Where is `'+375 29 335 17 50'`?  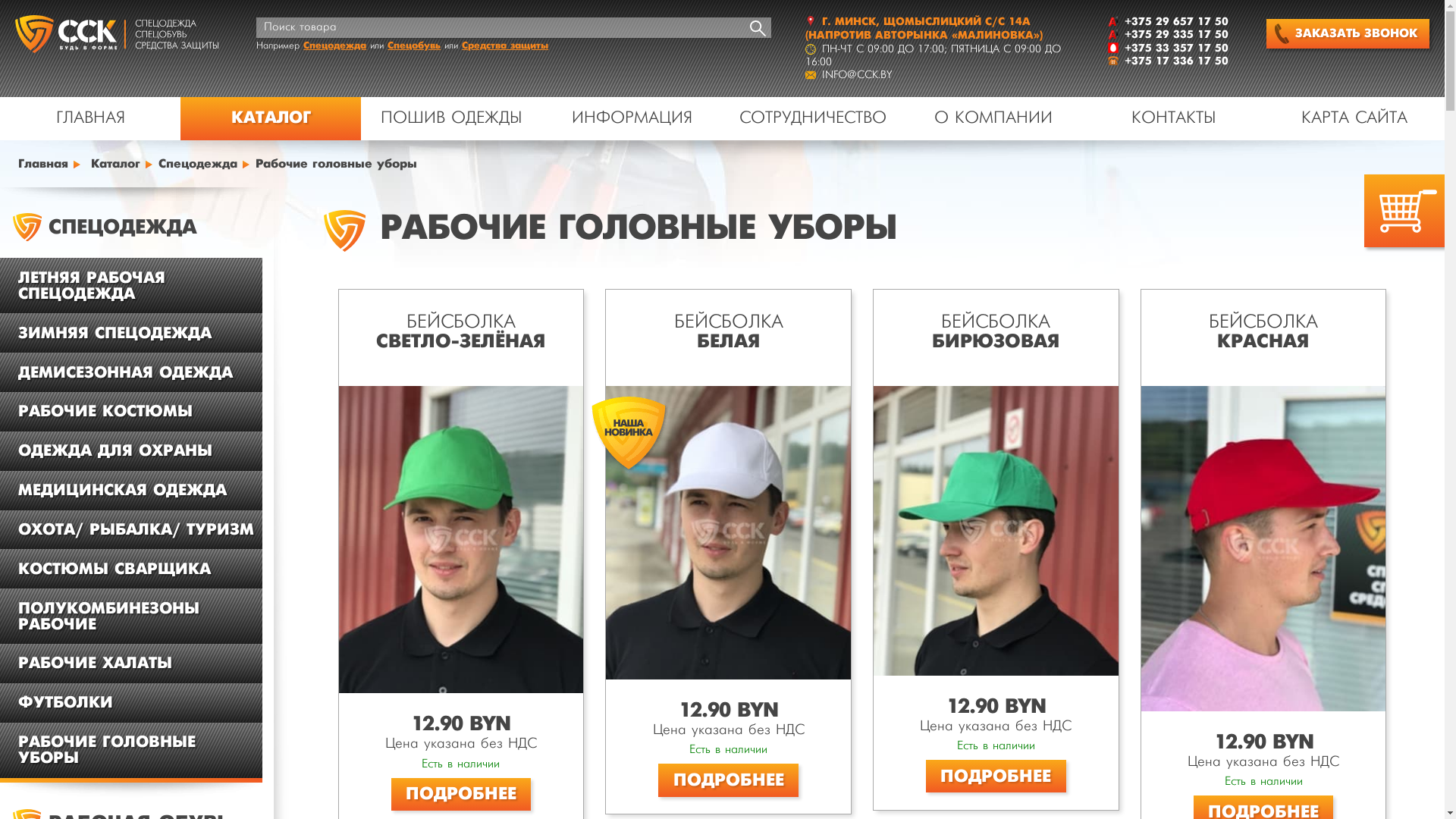 '+375 29 335 17 50' is located at coordinates (1175, 34).